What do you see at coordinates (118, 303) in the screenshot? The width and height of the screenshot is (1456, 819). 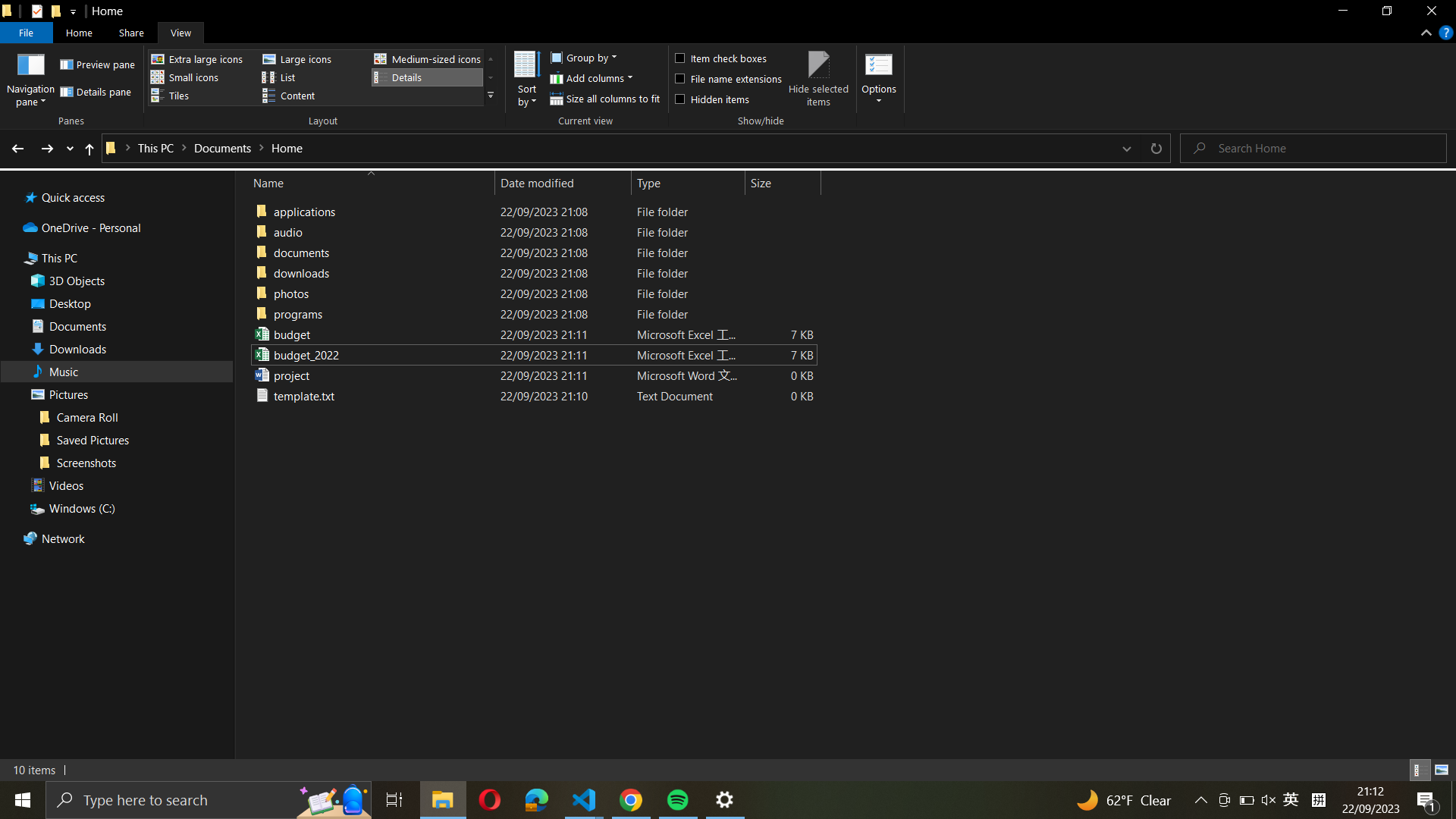 I see `the Desktop directory straight from the left-hand menu` at bounding box center [118, 303].